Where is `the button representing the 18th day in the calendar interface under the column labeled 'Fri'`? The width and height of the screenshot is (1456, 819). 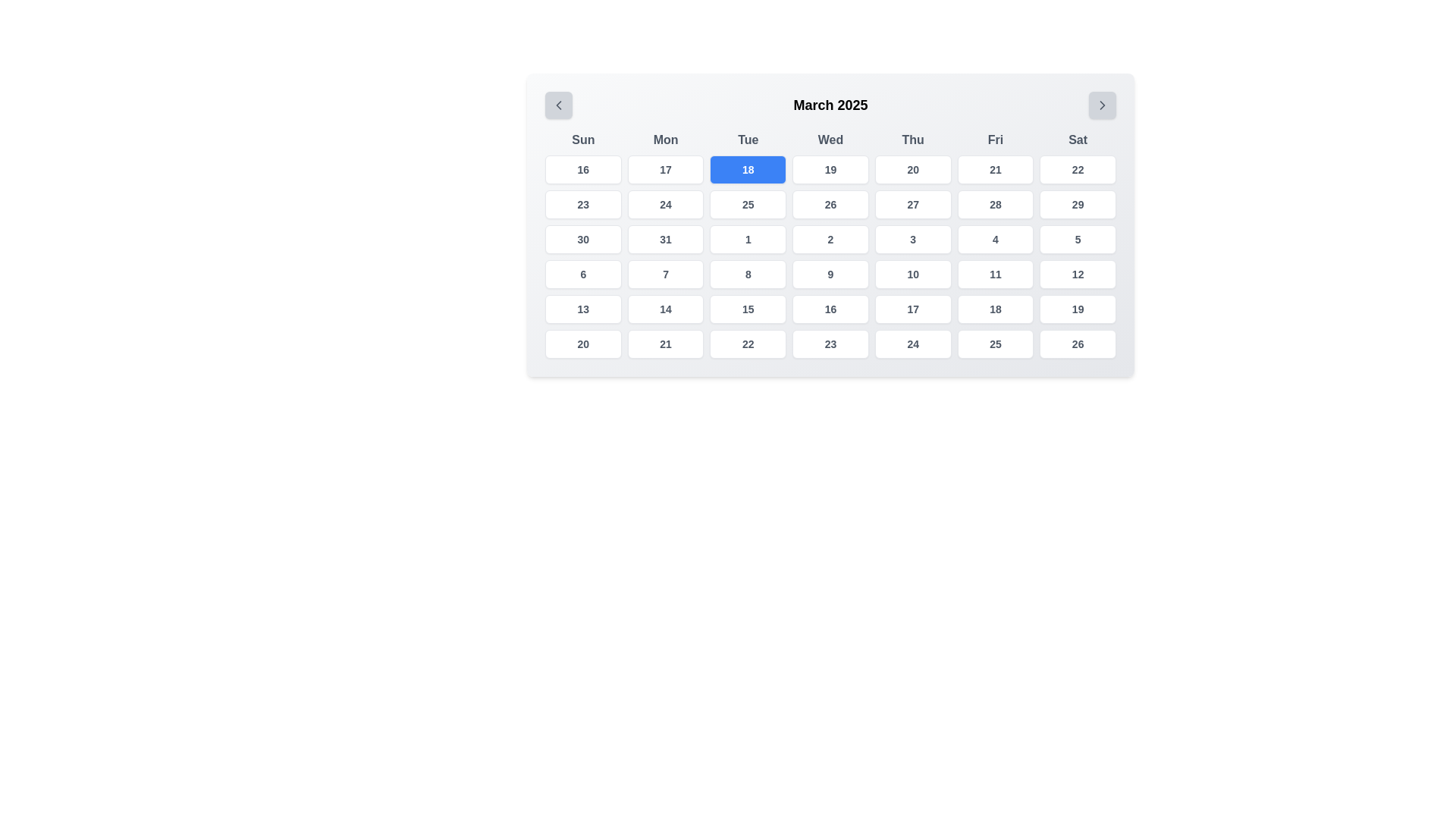
the button representing the 18th day in the calendar interface under the column labeled 'Fri' is located at coordinates (995, 309).